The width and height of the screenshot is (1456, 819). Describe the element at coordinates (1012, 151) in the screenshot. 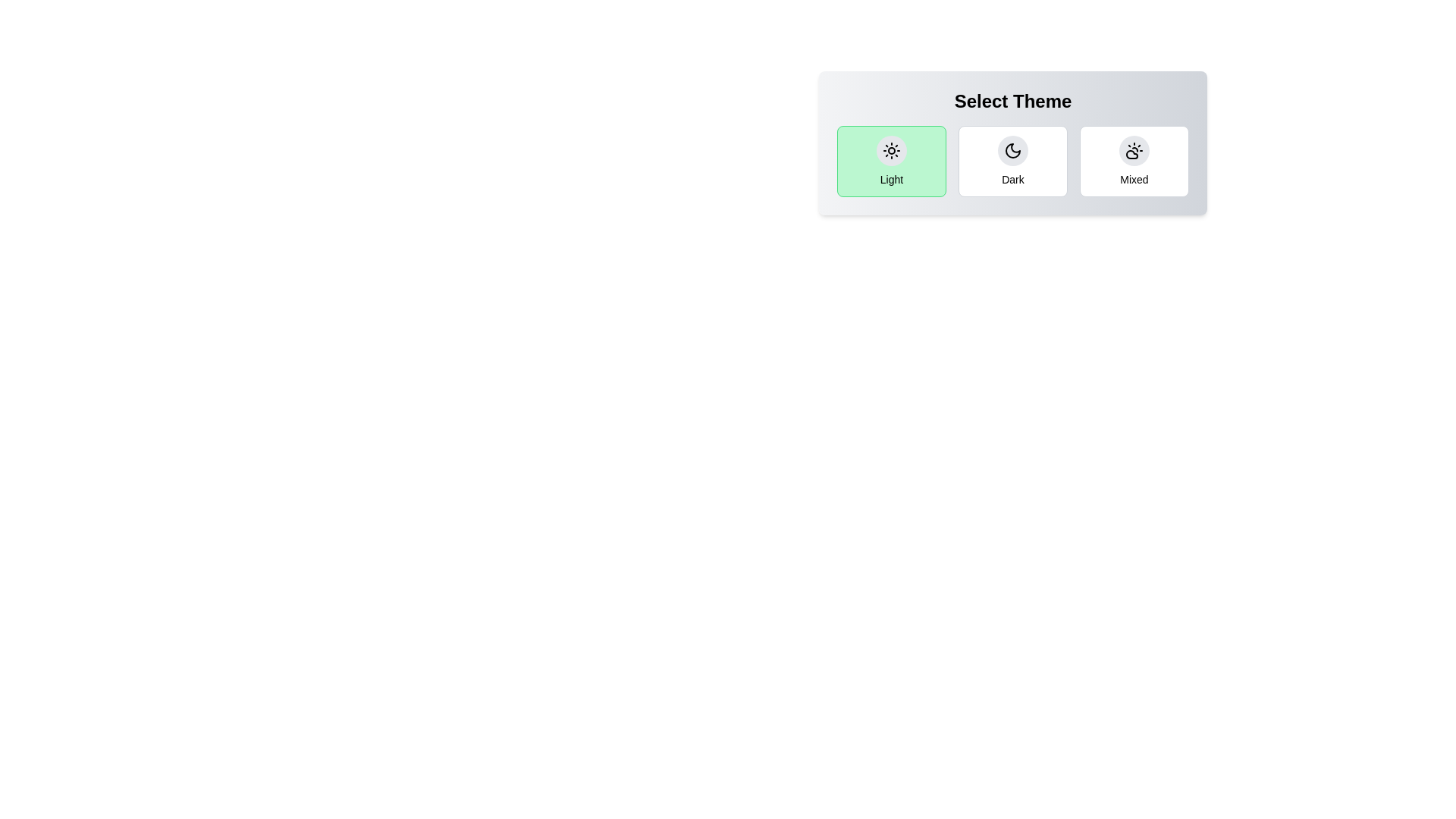

I see `the theme icon corresponding to Dark` at that location.